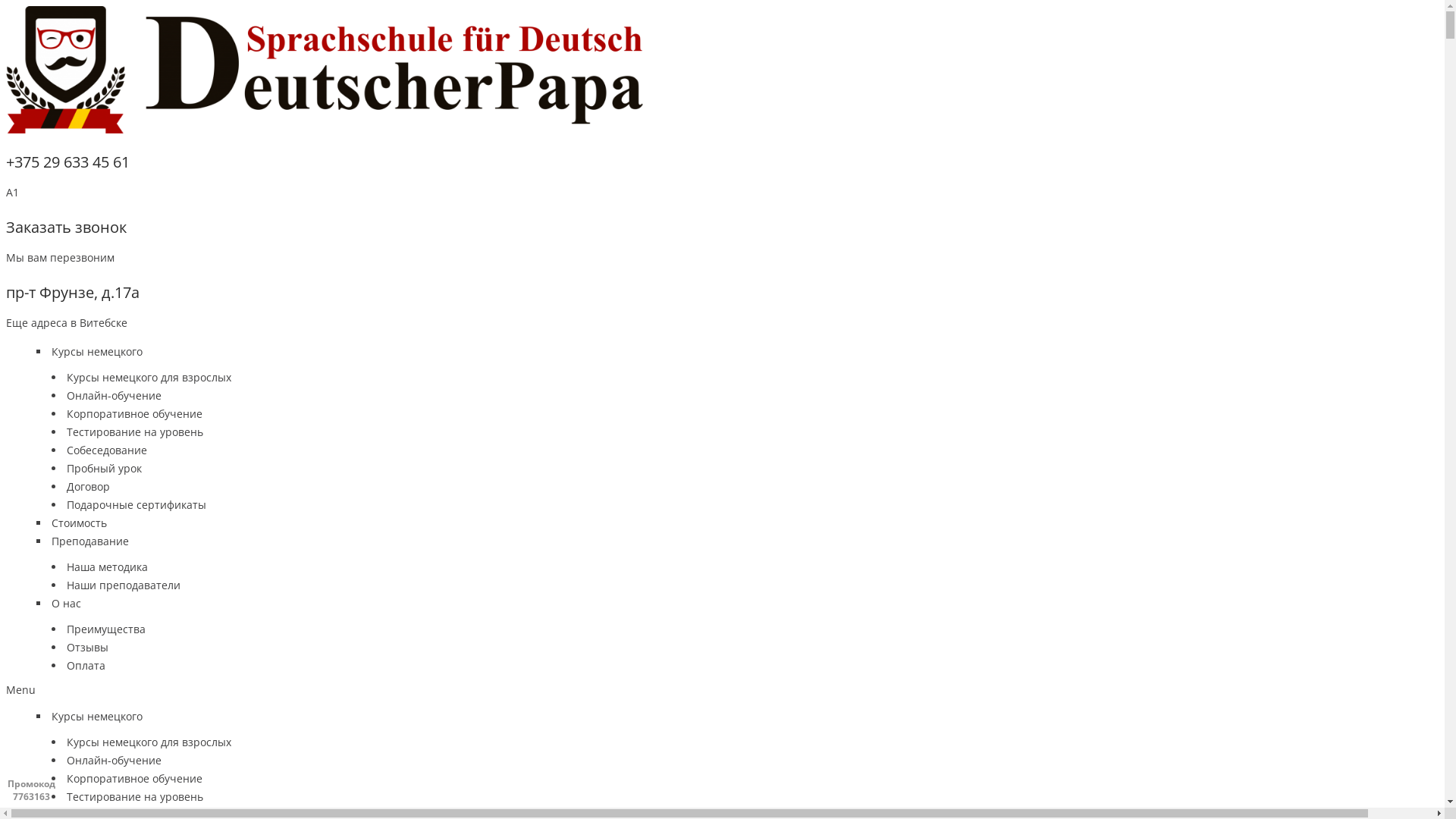 The image size is (1456, 819). What do you see at coordinates (67, 162) in the screenshot?
I see `'+375 29 633 45 61'` at bounding box center [67, 162].